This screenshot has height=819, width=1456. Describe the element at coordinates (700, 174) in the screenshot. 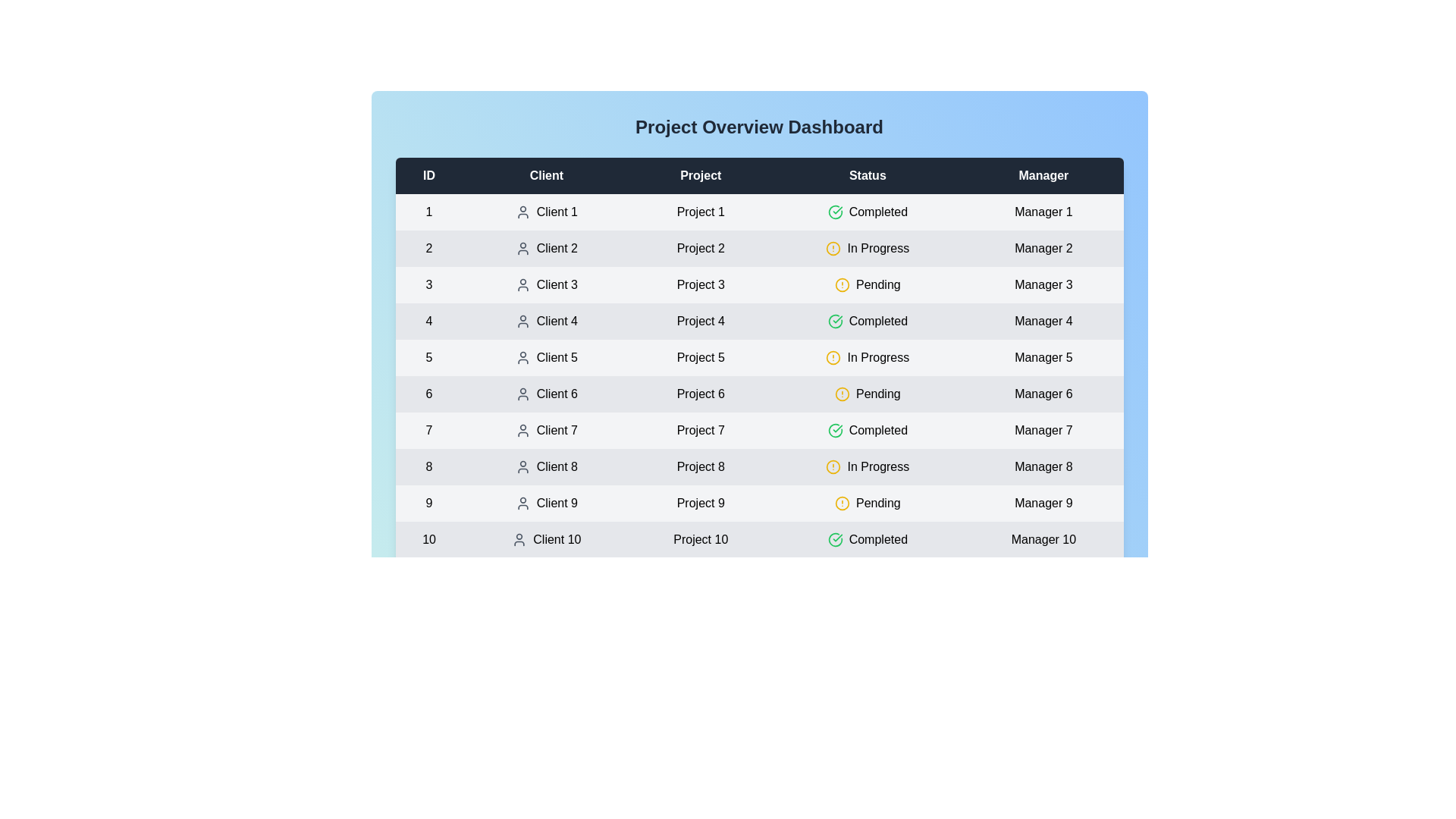

I see `the table header Project to sort the column` at that location.